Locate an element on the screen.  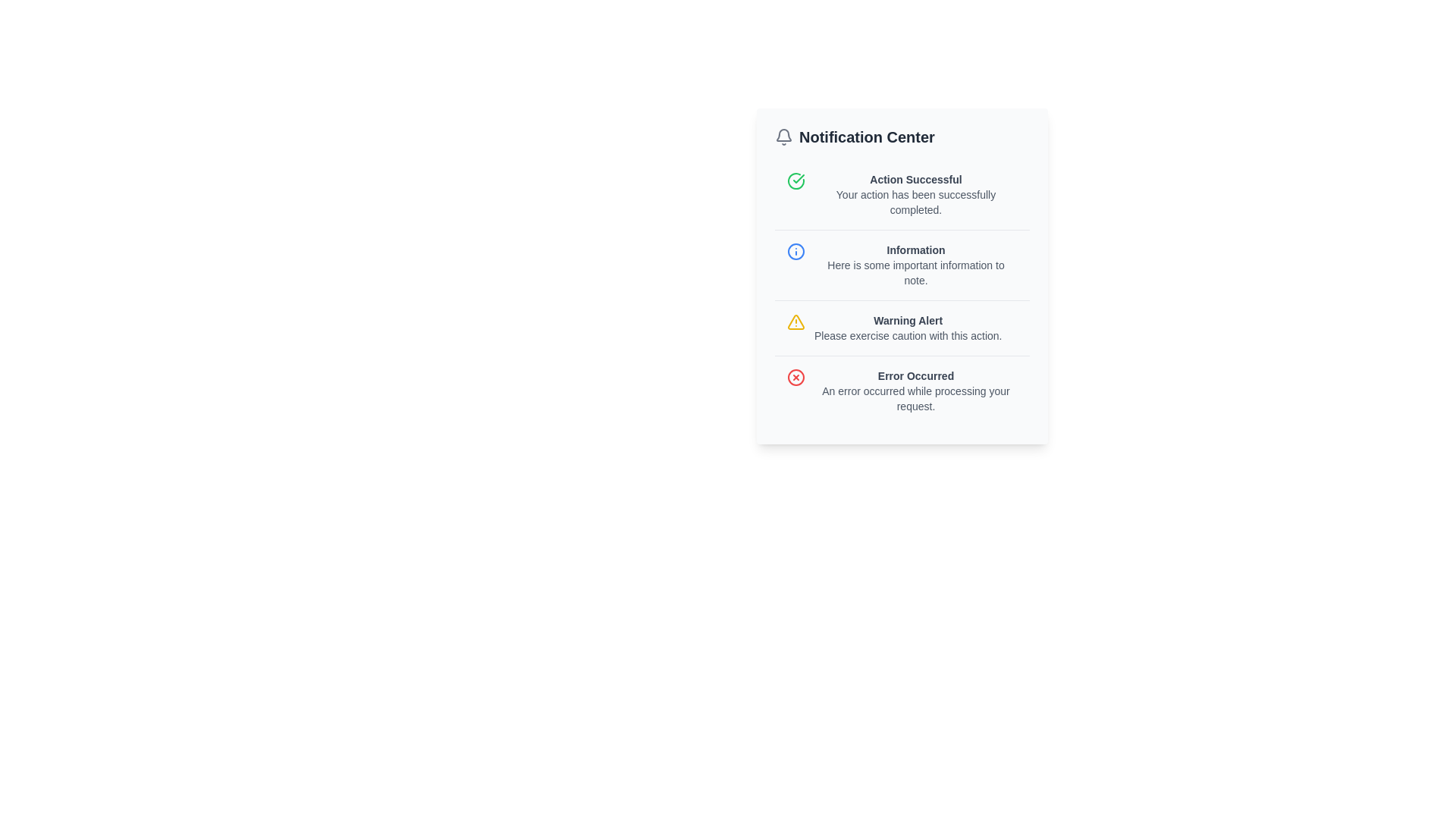
the notification element titled 'Action Successful' with a green circular checkmark icon in the Notification Center panel is located at coordinates (902, 194).